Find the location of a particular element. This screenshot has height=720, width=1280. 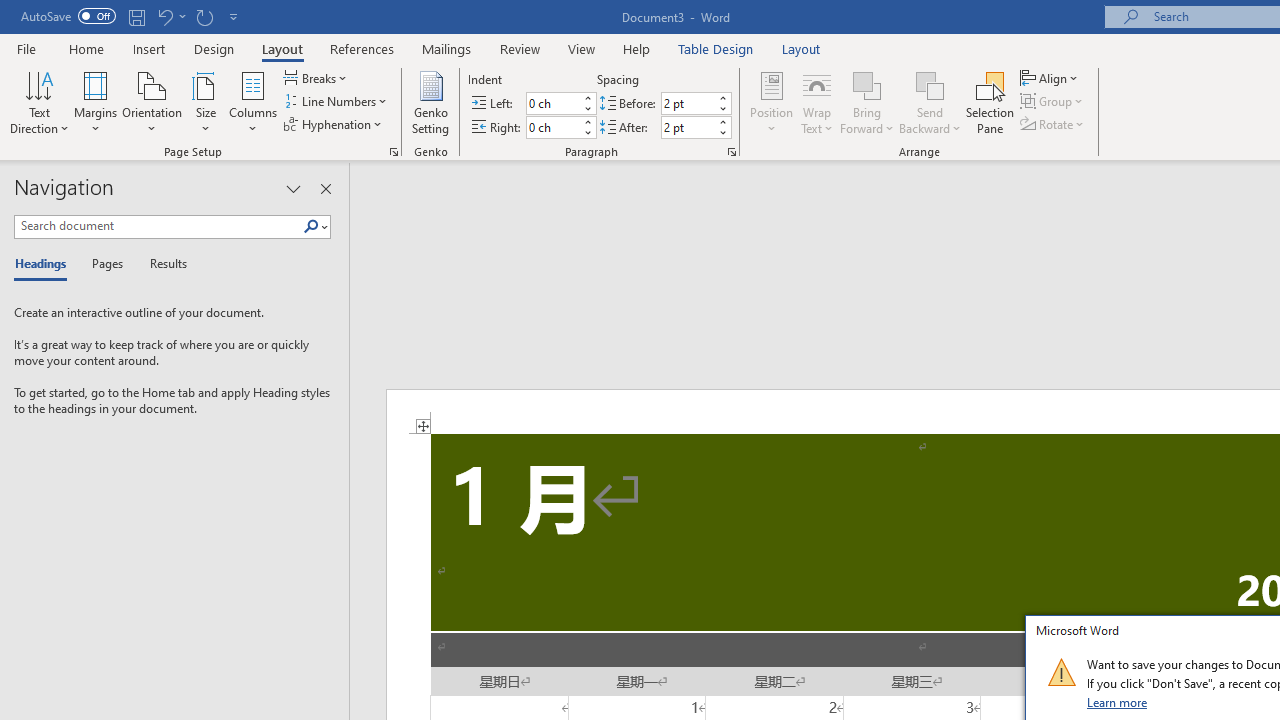

'Class: NetUIImage' is located at coordinates (1060, 672).